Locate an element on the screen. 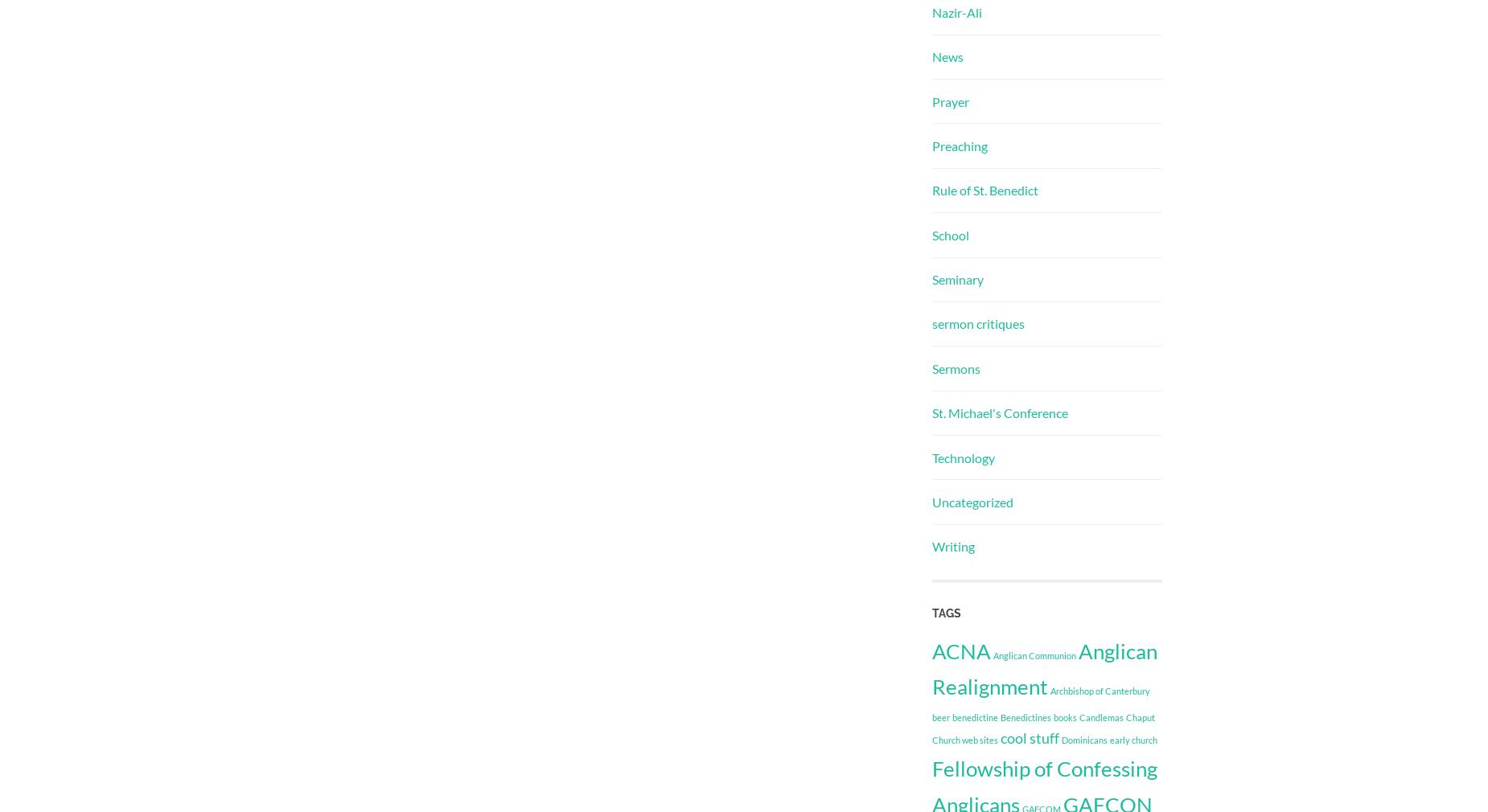  'Chaput' is located at coordinates (1141, 716).